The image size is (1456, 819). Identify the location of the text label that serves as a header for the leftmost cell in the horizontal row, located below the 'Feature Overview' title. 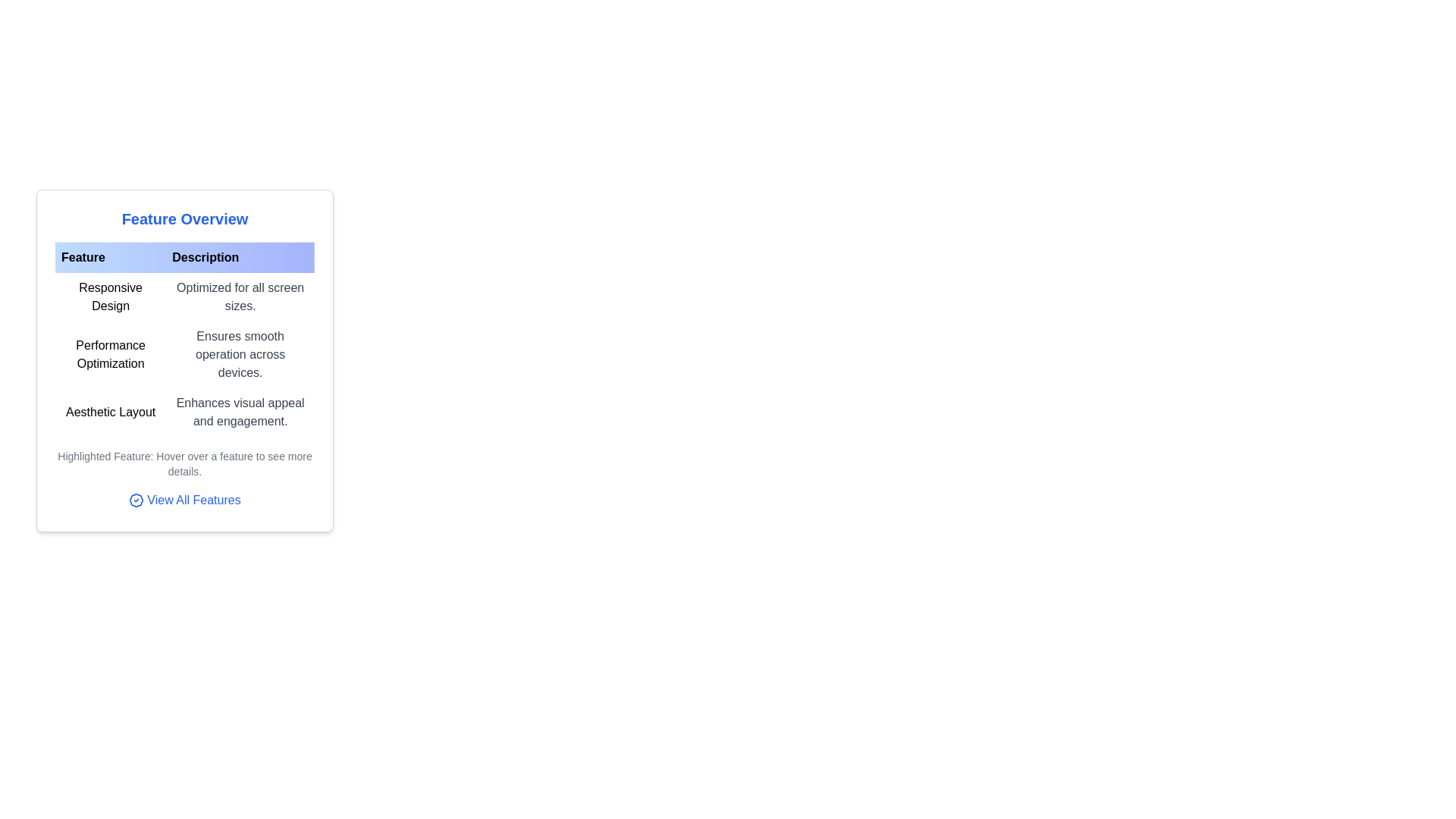
(110, 256).